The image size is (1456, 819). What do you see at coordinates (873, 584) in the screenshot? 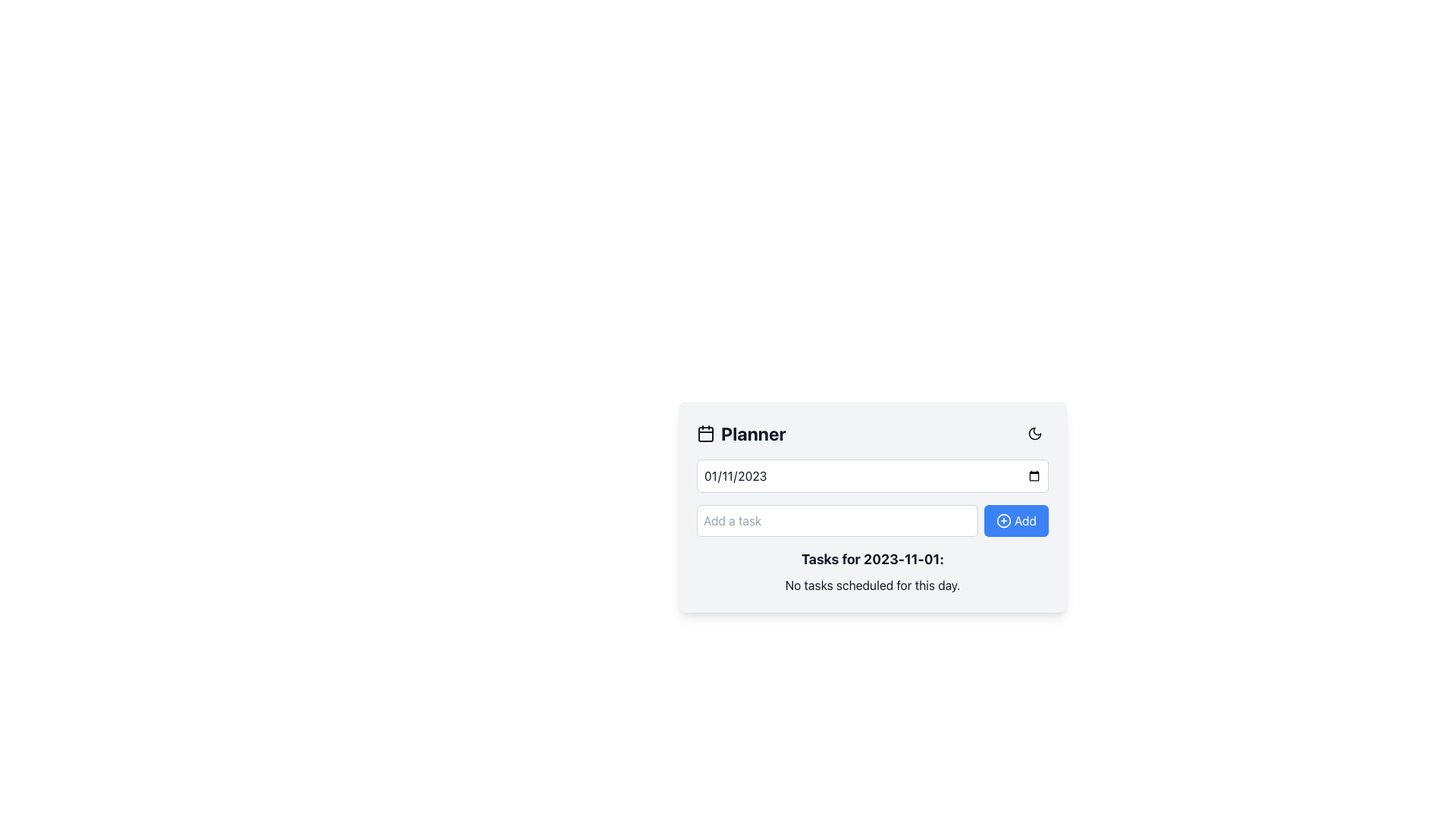
I see `the Static Text indicating no tasks planned for the selected day, located below 'Tasks for 2023-11-01:' in the scheduler interface` at bounding box center [873, 584].